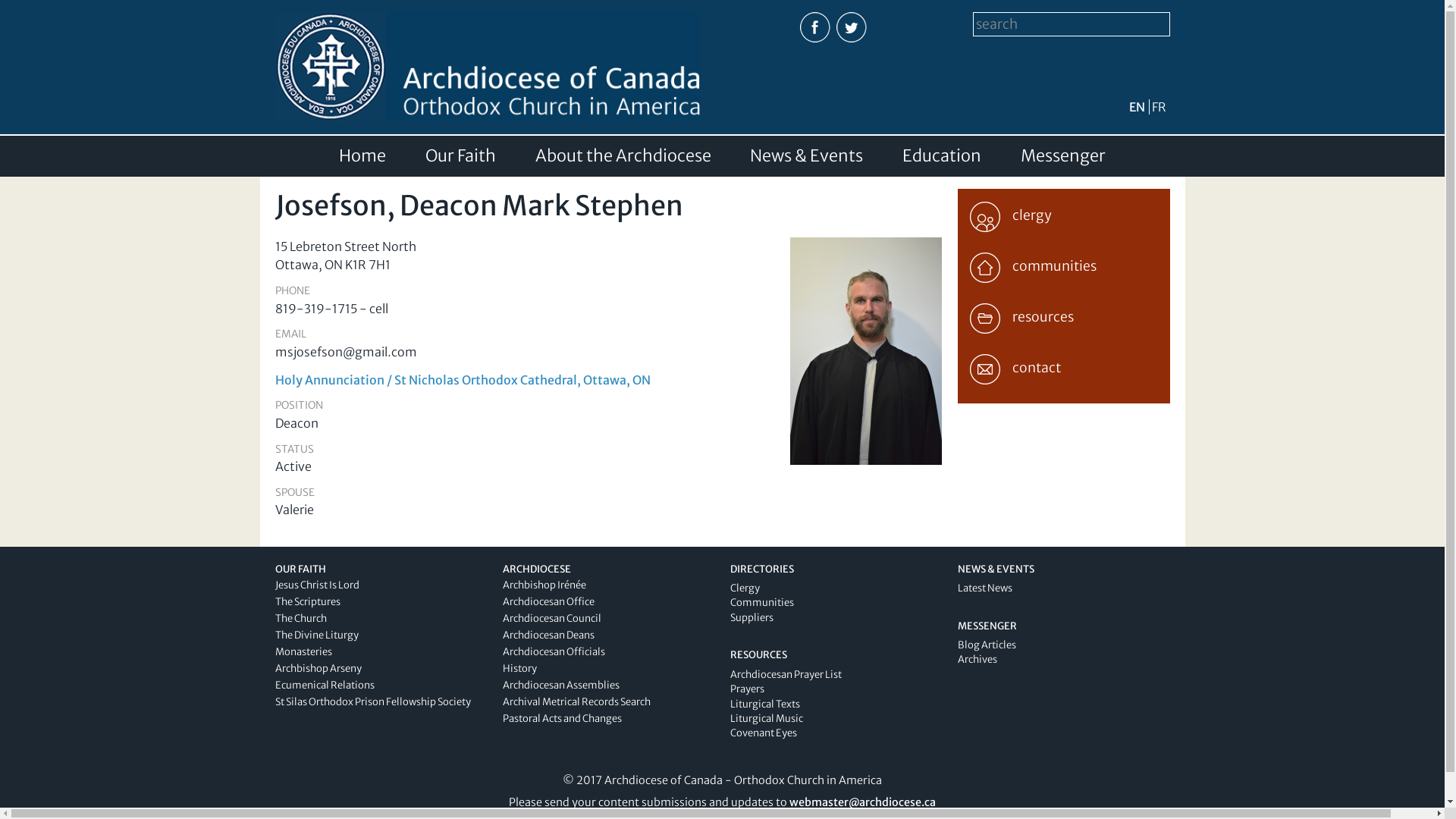 This screenshot has height=819, width=1456. I want to click on 'About the Archdiocese', so click(623, 155).